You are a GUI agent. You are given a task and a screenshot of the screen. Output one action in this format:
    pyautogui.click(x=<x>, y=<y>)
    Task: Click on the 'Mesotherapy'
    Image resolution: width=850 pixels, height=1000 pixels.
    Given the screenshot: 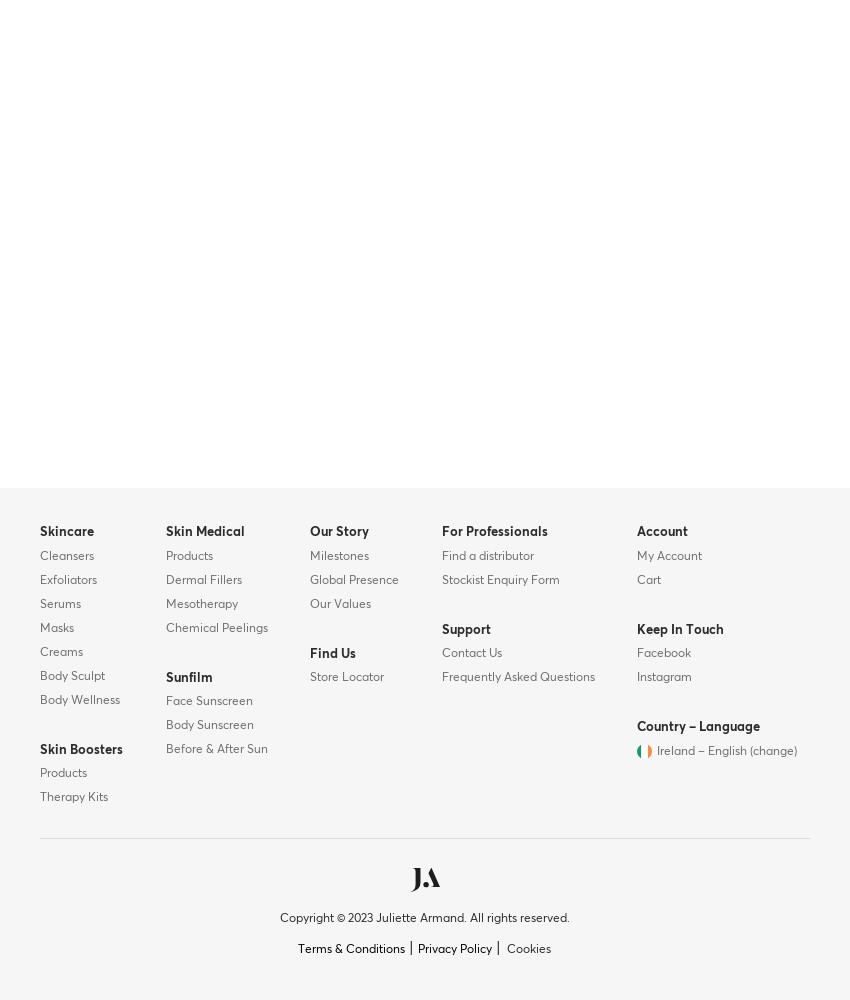 What is the action you would take?
    pyautogui.click(x=164, y=603)
    